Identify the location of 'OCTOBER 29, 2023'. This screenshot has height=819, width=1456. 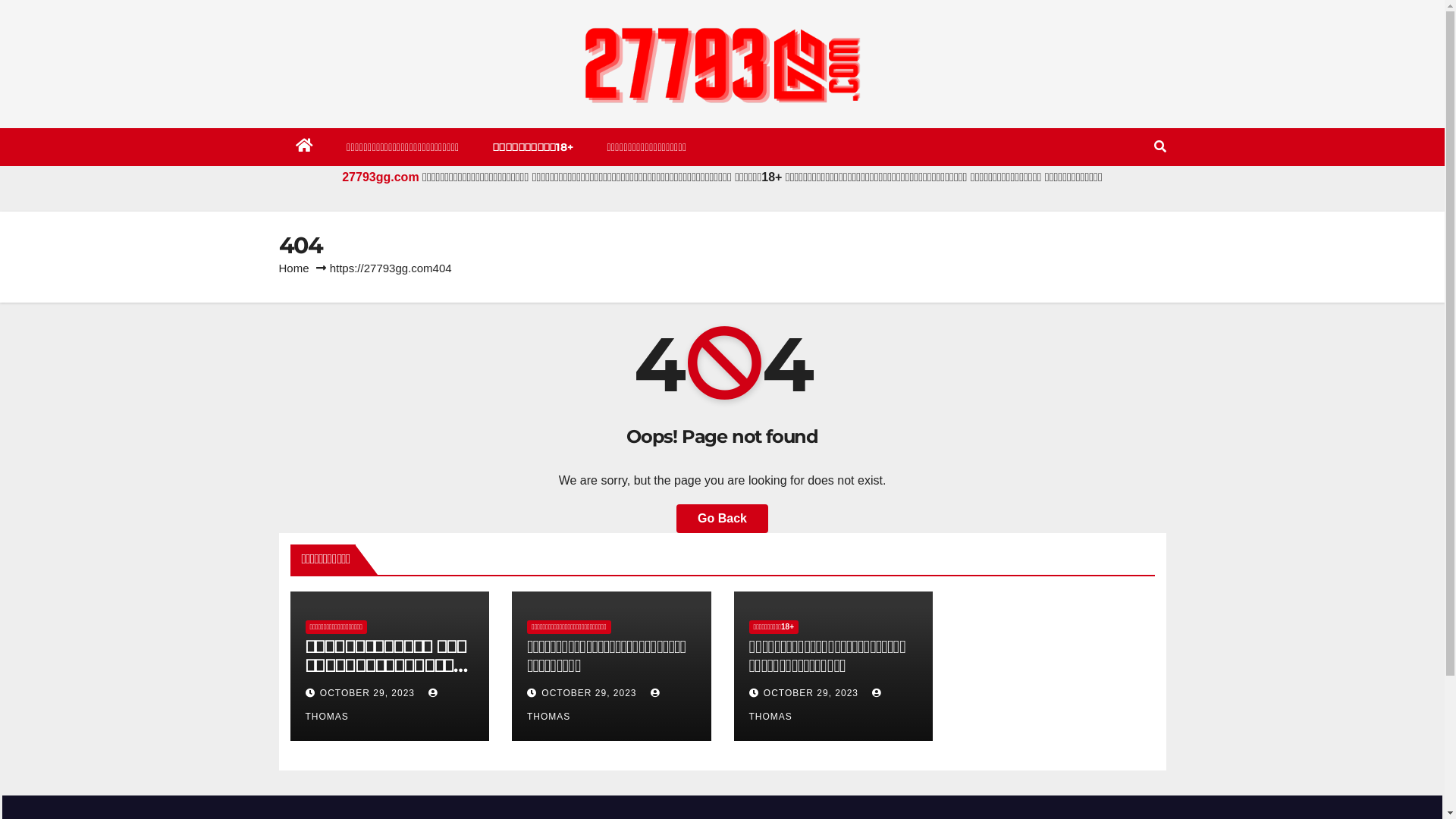
(541, 693).